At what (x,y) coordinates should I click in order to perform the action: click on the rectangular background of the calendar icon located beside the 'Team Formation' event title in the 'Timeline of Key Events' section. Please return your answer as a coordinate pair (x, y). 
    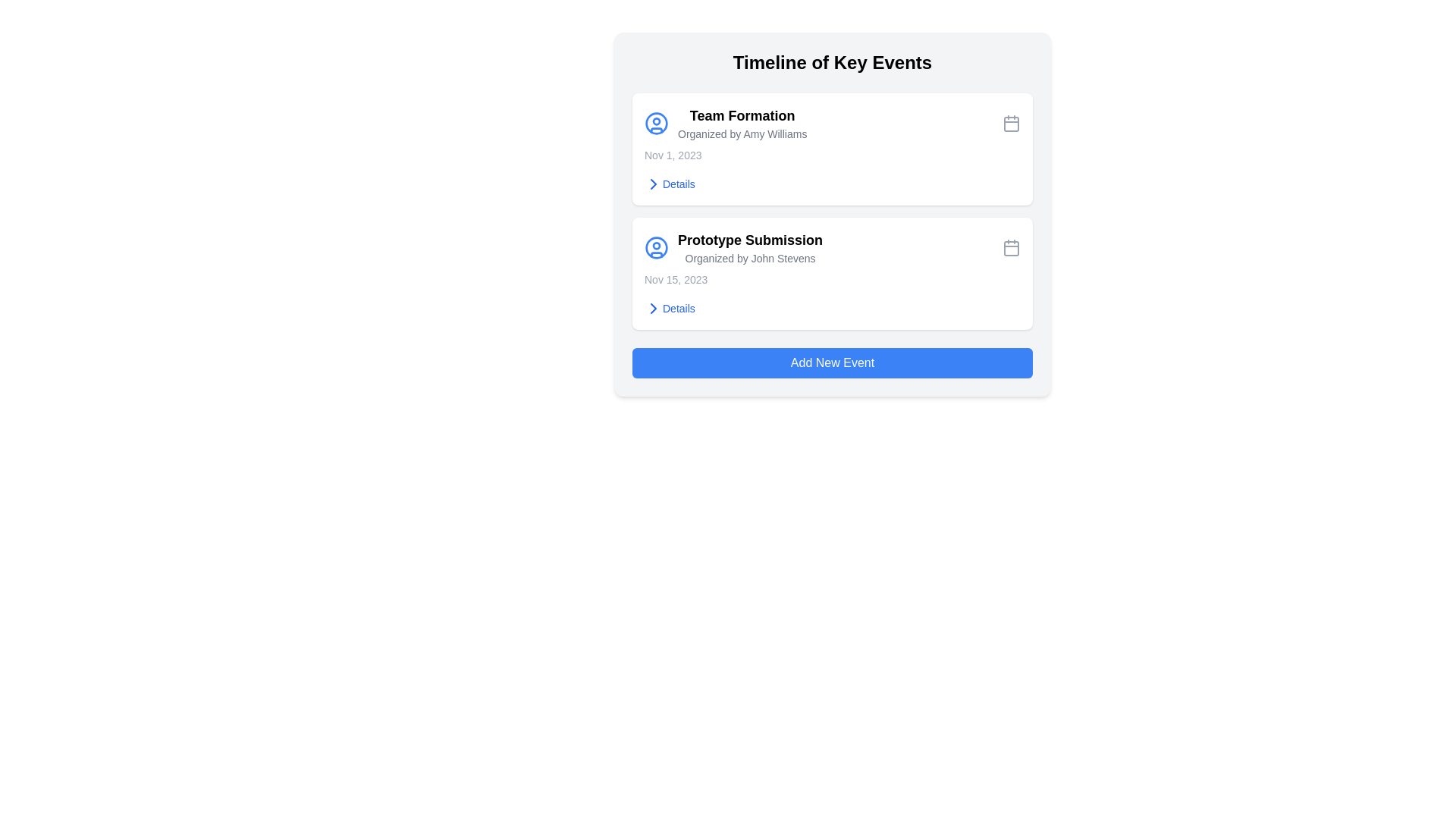
    Looking at the image, I should click on (1012, 124).